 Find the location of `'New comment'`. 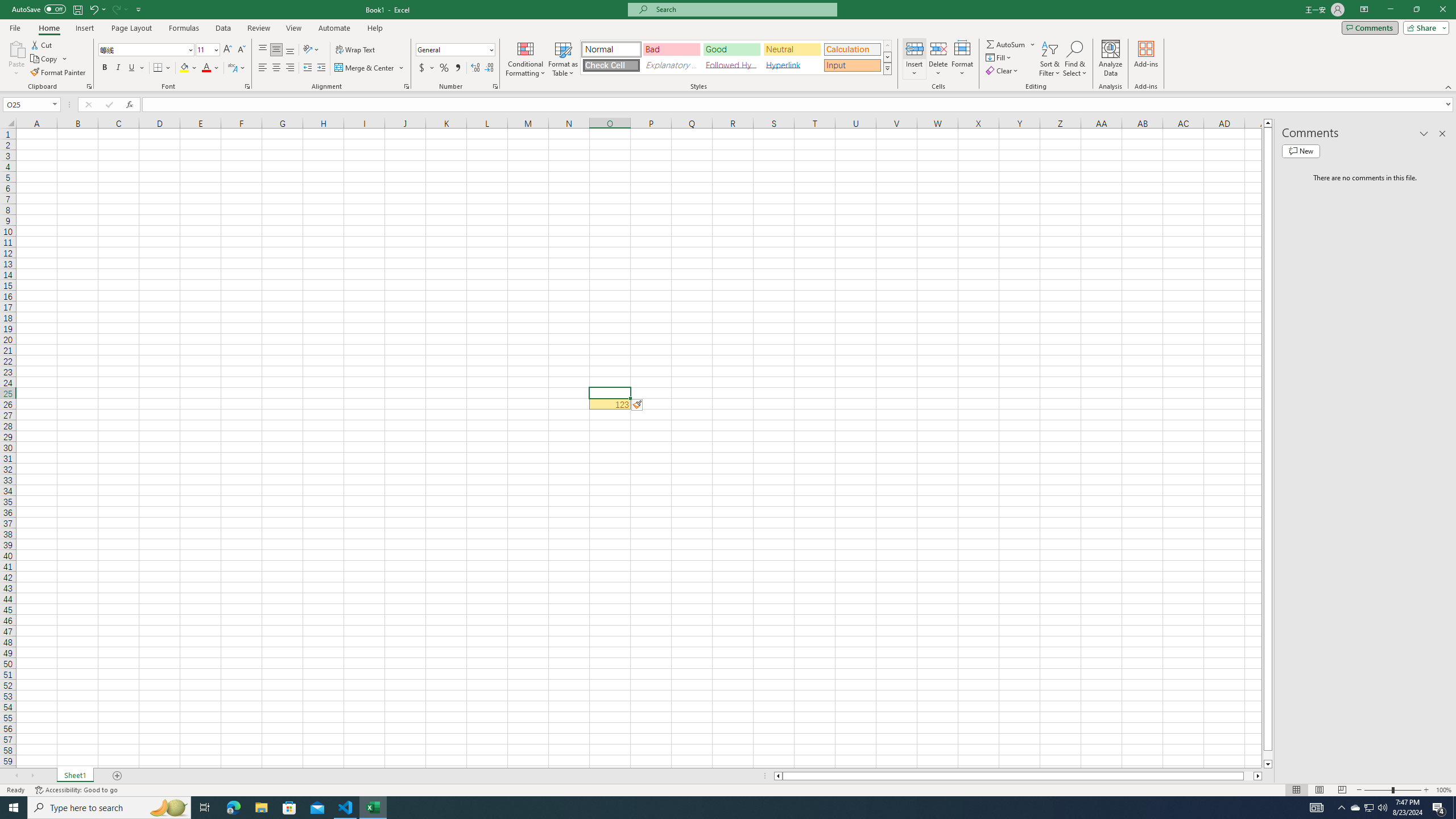

'New comment' is located at coordinates (1300, 150).